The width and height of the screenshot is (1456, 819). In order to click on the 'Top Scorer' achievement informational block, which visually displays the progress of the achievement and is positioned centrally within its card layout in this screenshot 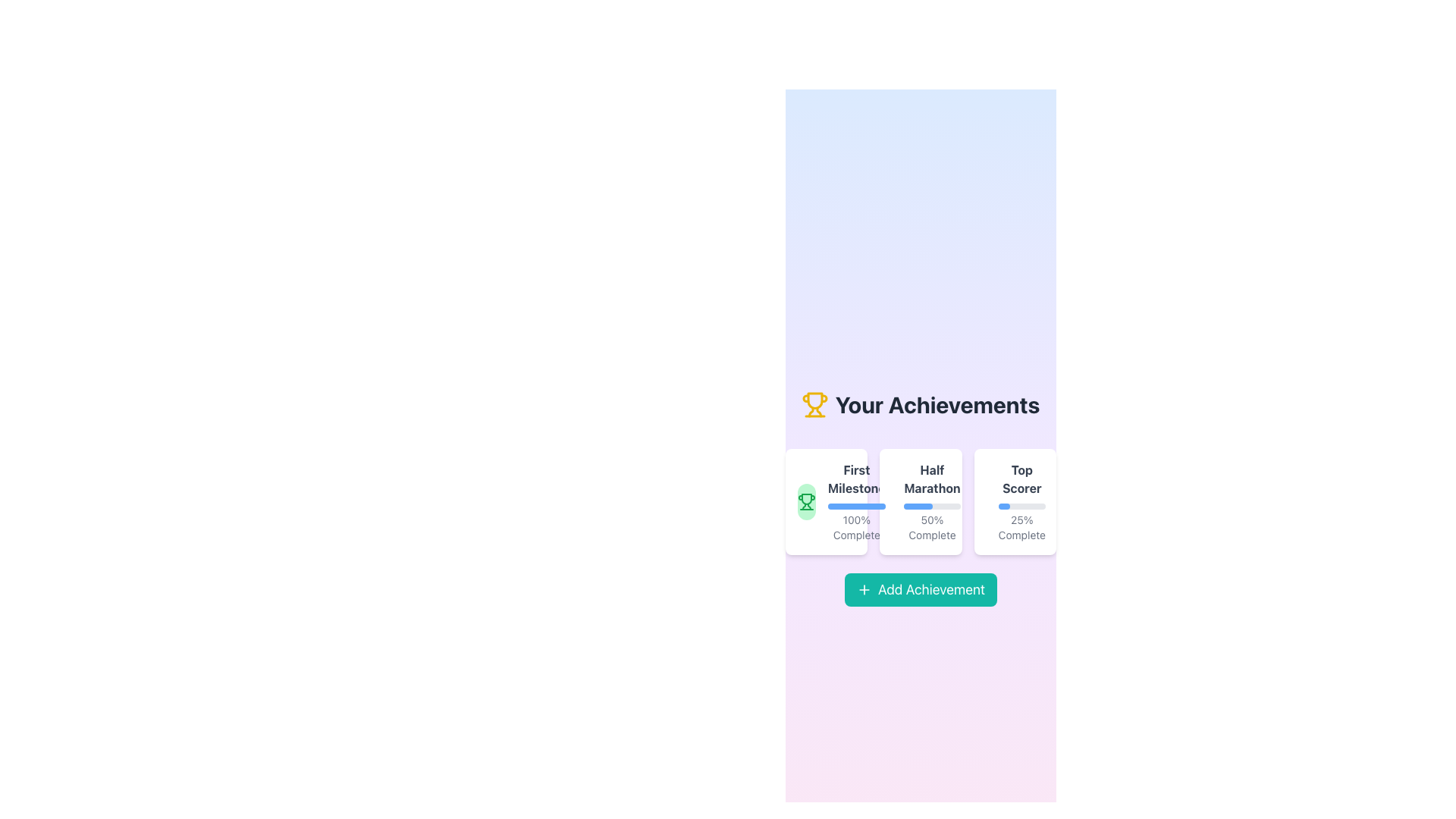, I will do `click(1021, 502)`.